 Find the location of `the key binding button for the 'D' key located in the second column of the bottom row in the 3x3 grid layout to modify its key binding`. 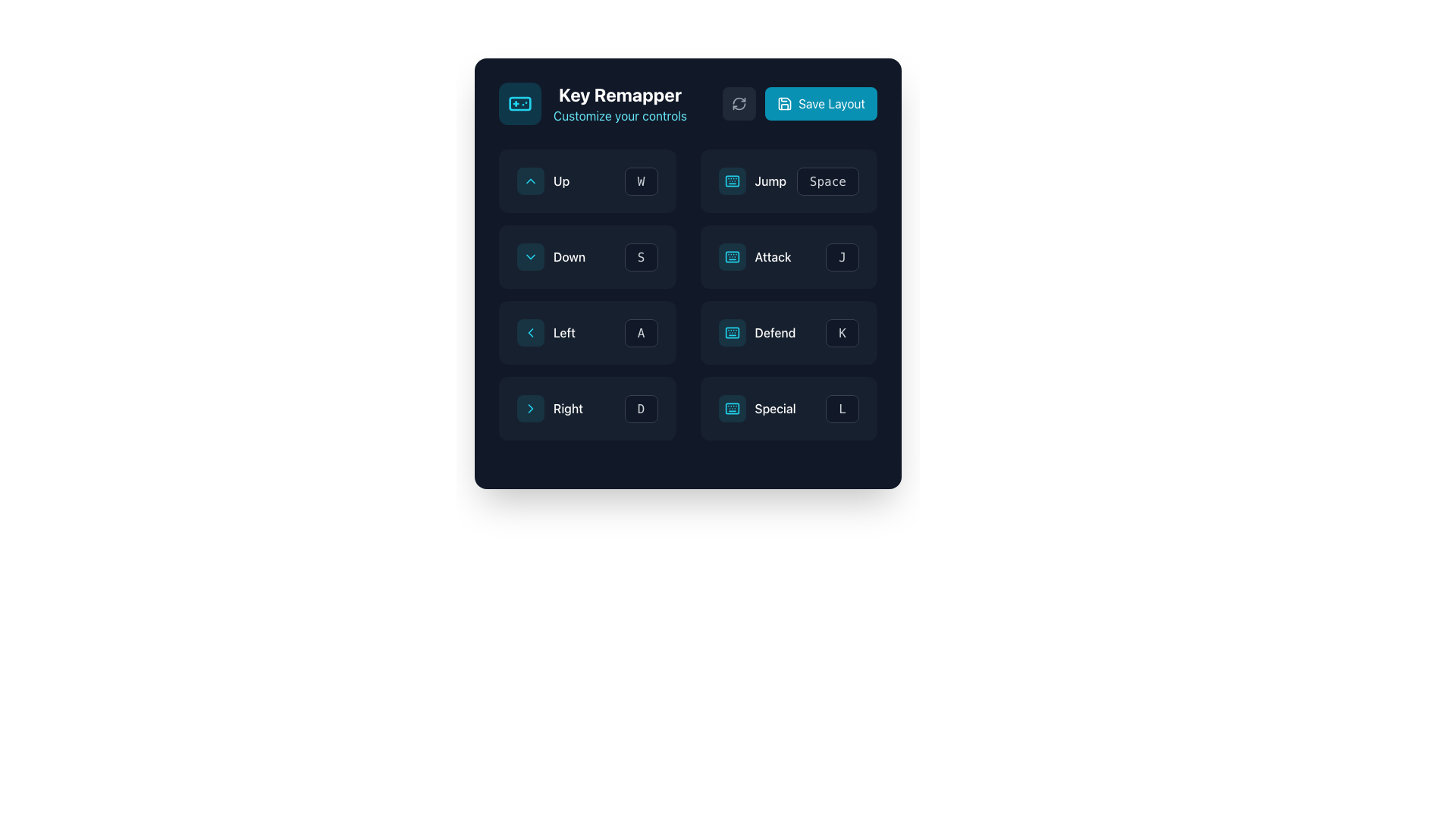

the key binding button for the 'D' key located in the second column of the bottom row in the 3x3 grid layout to modify its key binding is located at coordinates (641, 408).